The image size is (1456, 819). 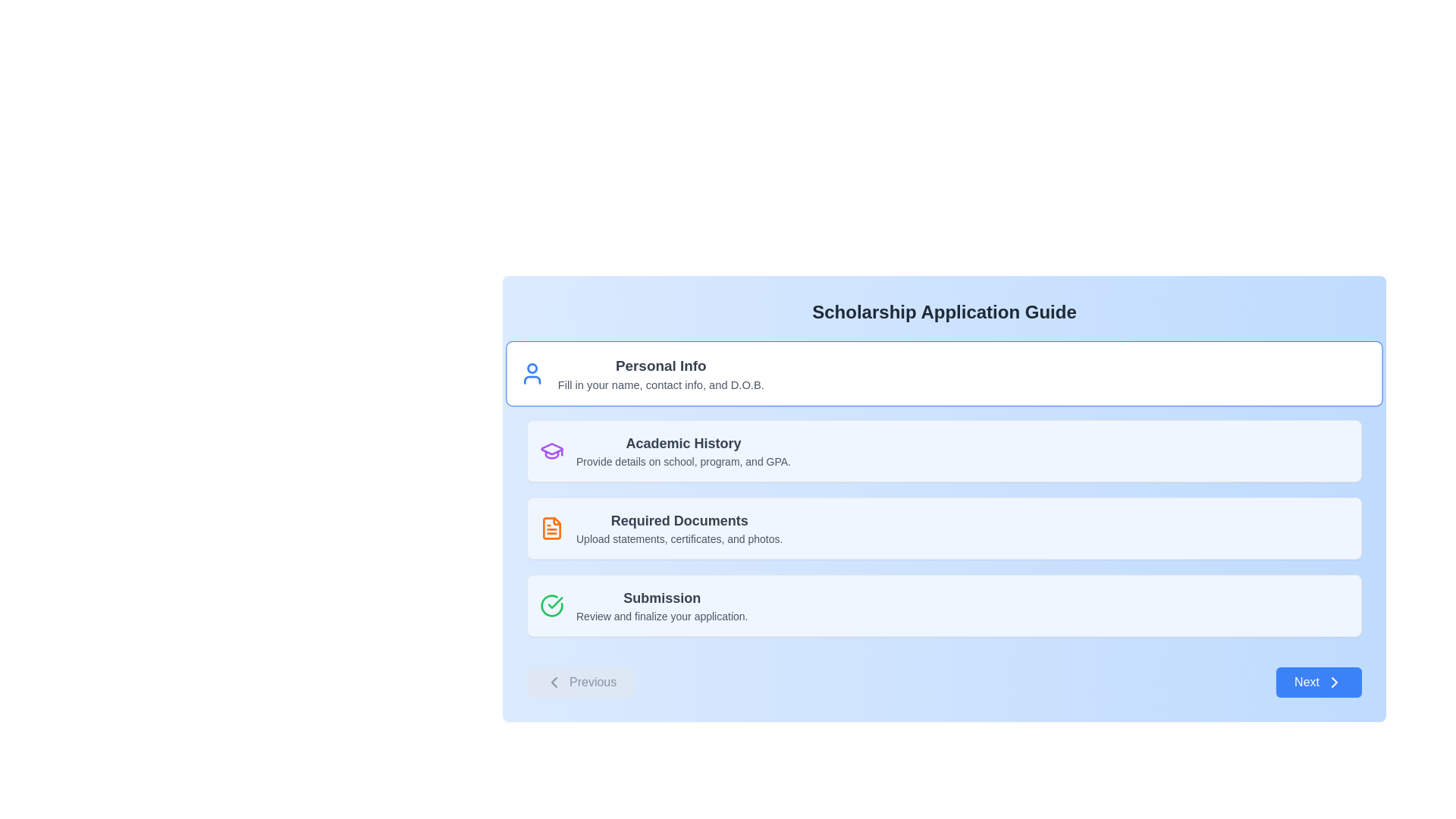 What do you see at coordinates (553, 681) in the screenshot?
I see `the left-pointing chevron icon located at the bottom-left corner of the interface, above the 'Previous' button` at bounding box center [553, 681].